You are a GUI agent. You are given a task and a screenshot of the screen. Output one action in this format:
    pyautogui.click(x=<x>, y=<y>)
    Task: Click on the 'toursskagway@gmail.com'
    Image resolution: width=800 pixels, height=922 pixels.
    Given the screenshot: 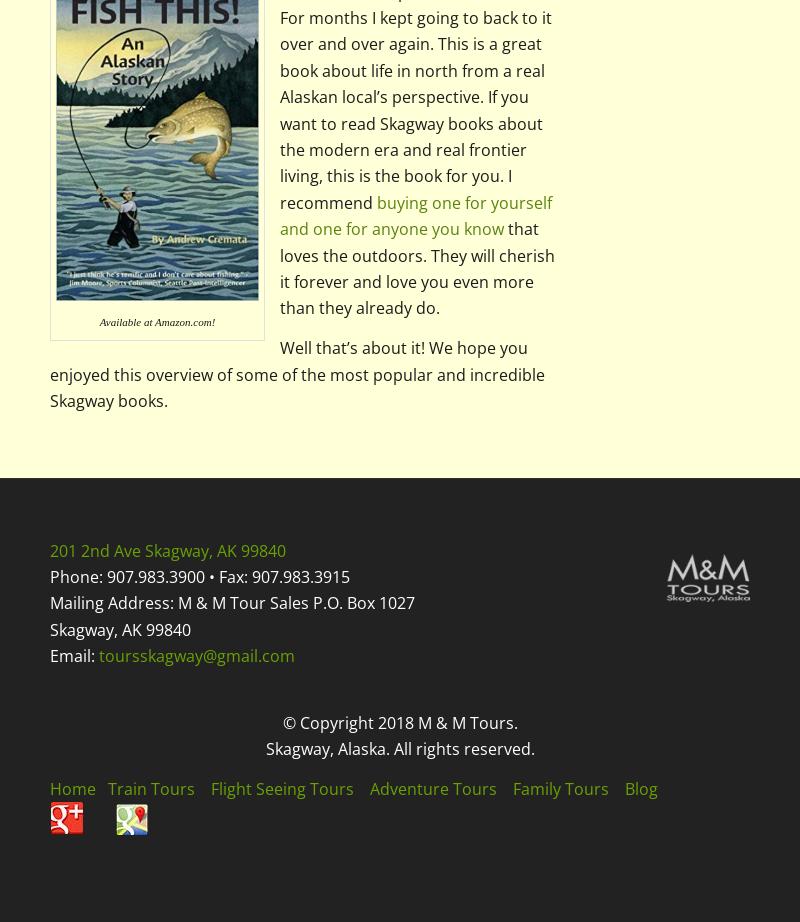 What is the action you would take?
    pyautogui.click(x=98, y=656)
    